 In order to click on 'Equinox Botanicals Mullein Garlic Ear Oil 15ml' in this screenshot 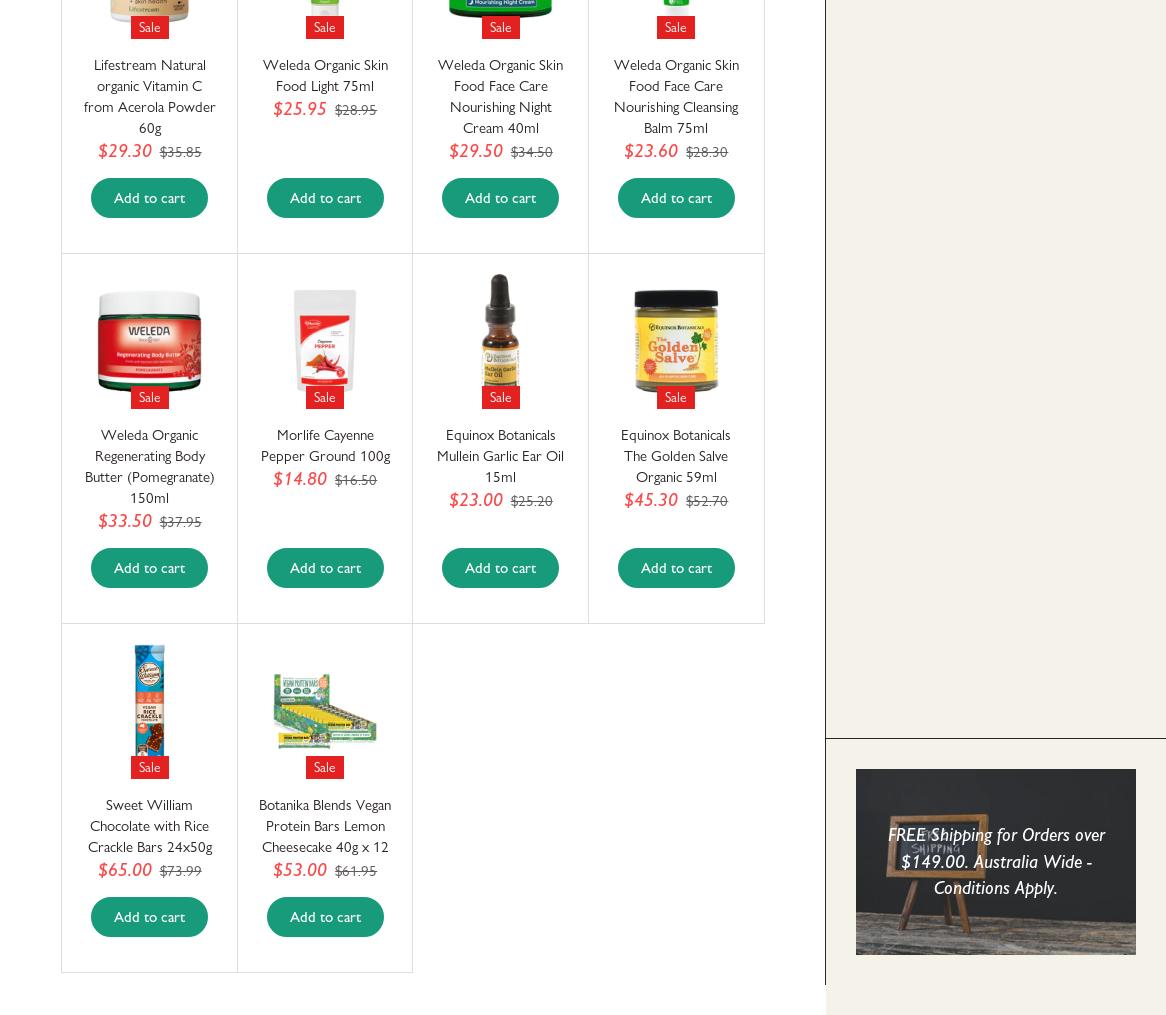, I will do `click(500, 455)`.